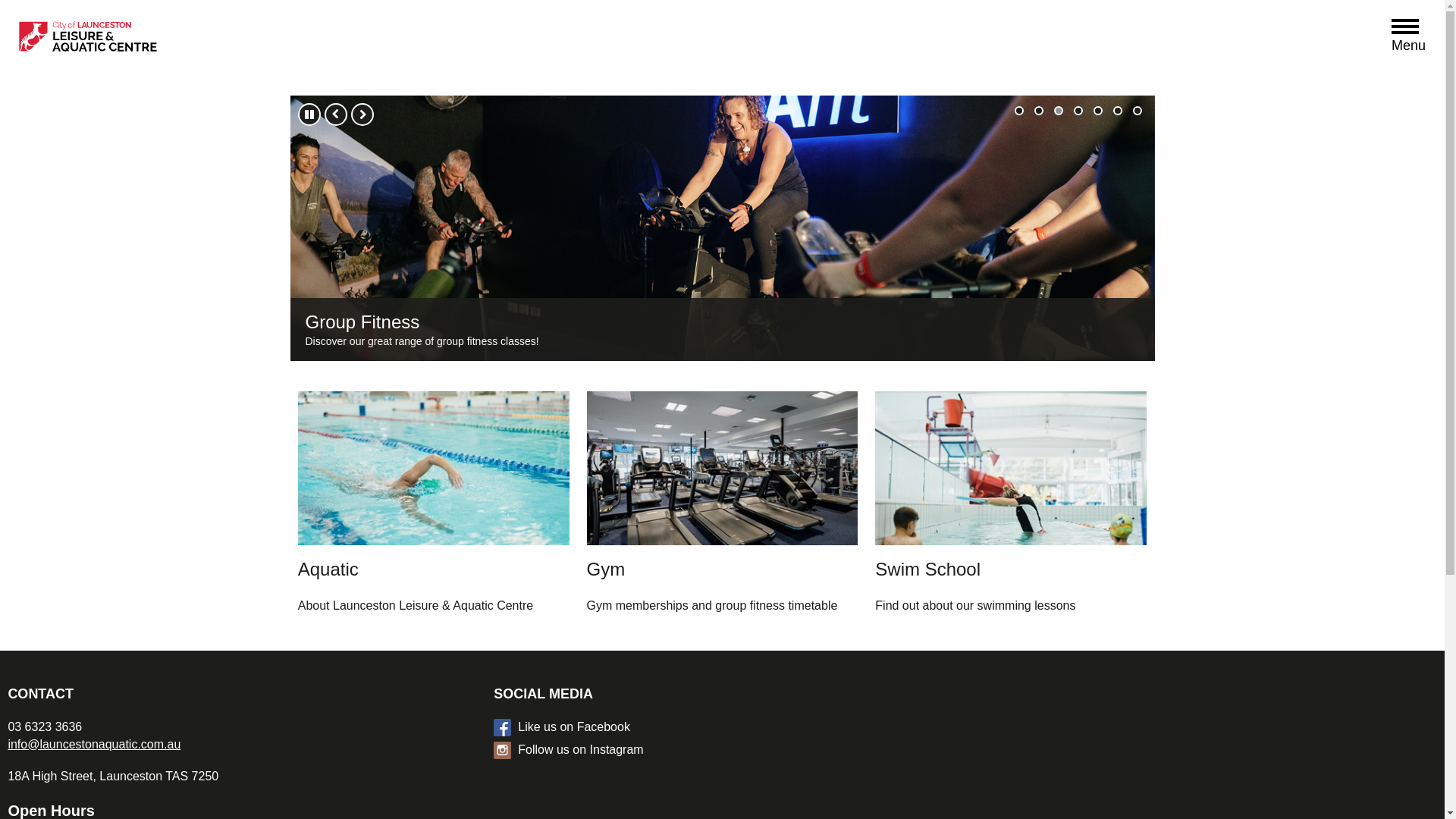 This screenshot has width=1456, height=819. I want to click on 'Pause', so click(308, 113).